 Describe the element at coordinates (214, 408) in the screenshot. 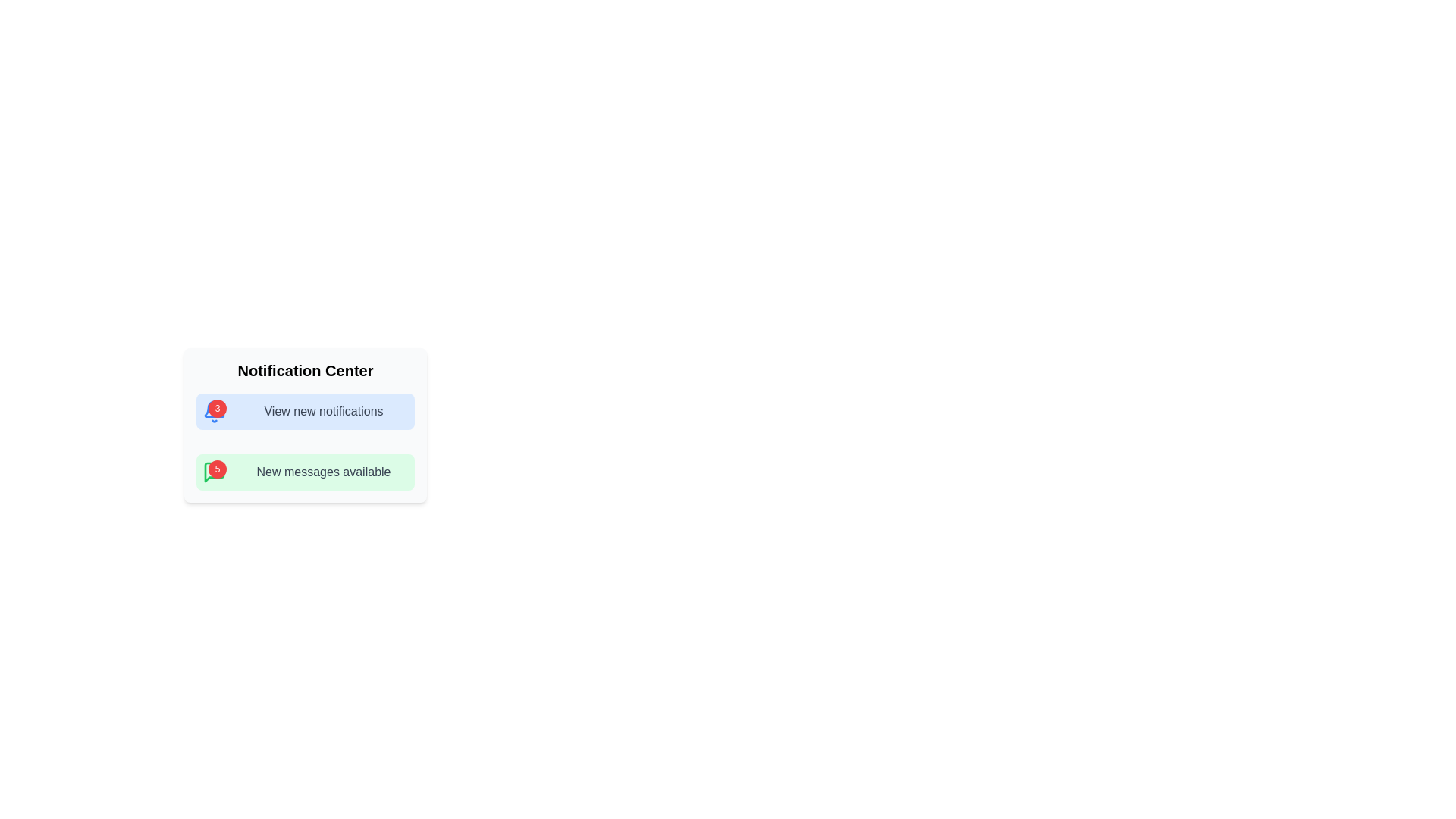

I see `the bell-shaped notification icon located above the 'View new notifications' text` at that location.